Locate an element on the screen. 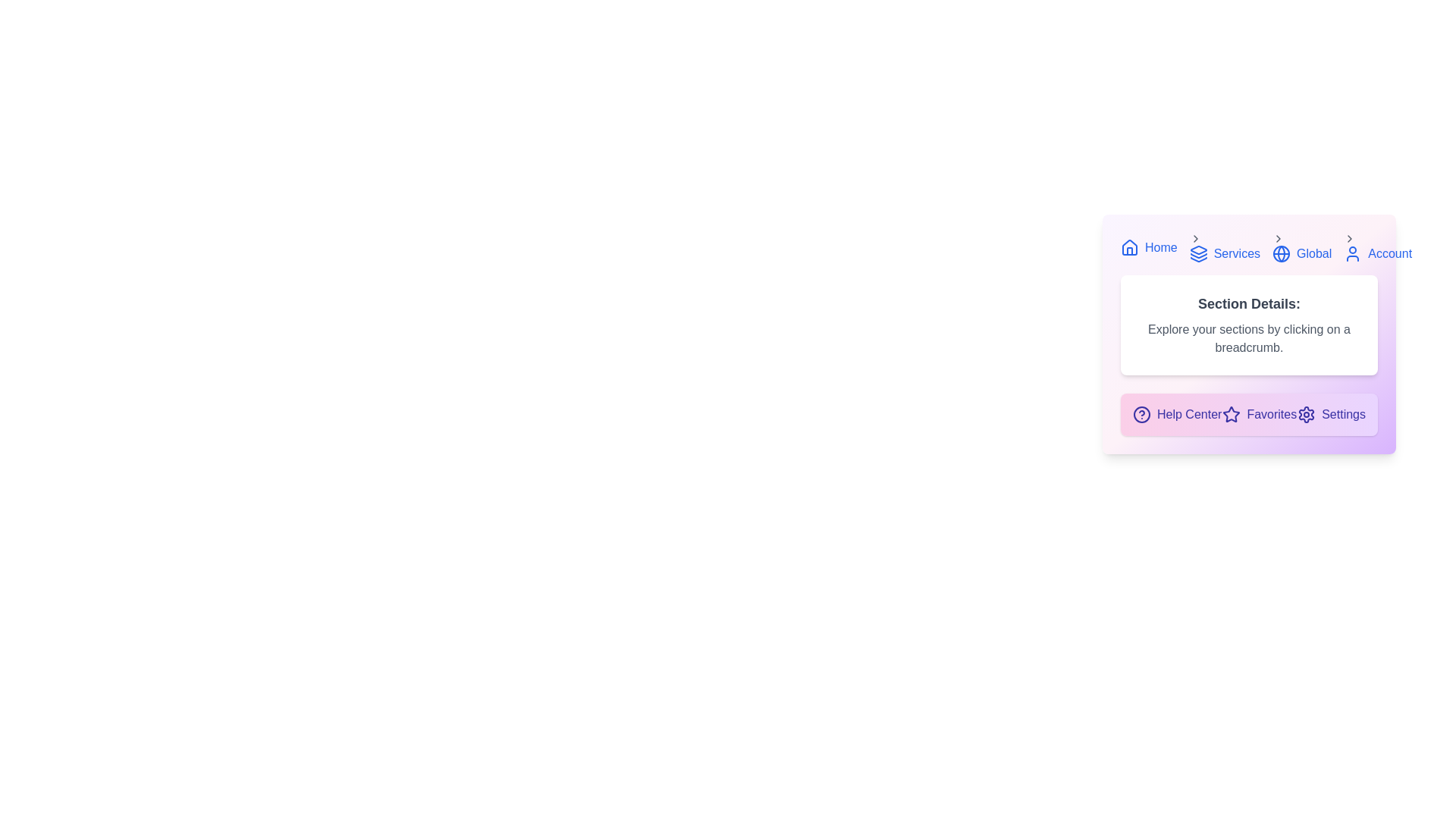 This screenshot has width=1456, height=819. the middle section of the three layers within the SVG icon in the breadcrumb navigation bar is located at coordinates (1197, 255).